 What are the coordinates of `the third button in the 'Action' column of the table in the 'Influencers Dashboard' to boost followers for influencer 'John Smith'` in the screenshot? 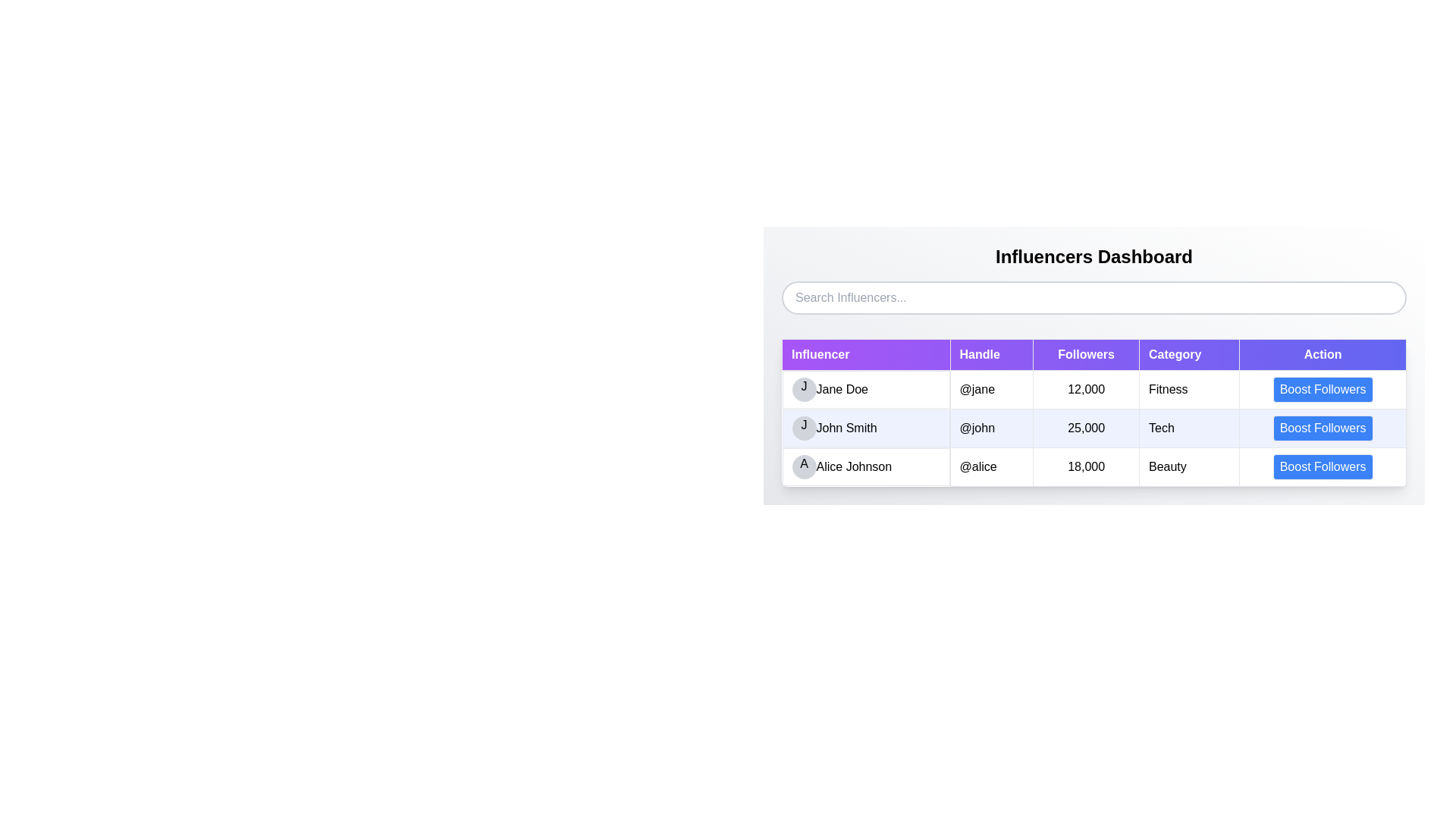 It's located at (1322, 428).